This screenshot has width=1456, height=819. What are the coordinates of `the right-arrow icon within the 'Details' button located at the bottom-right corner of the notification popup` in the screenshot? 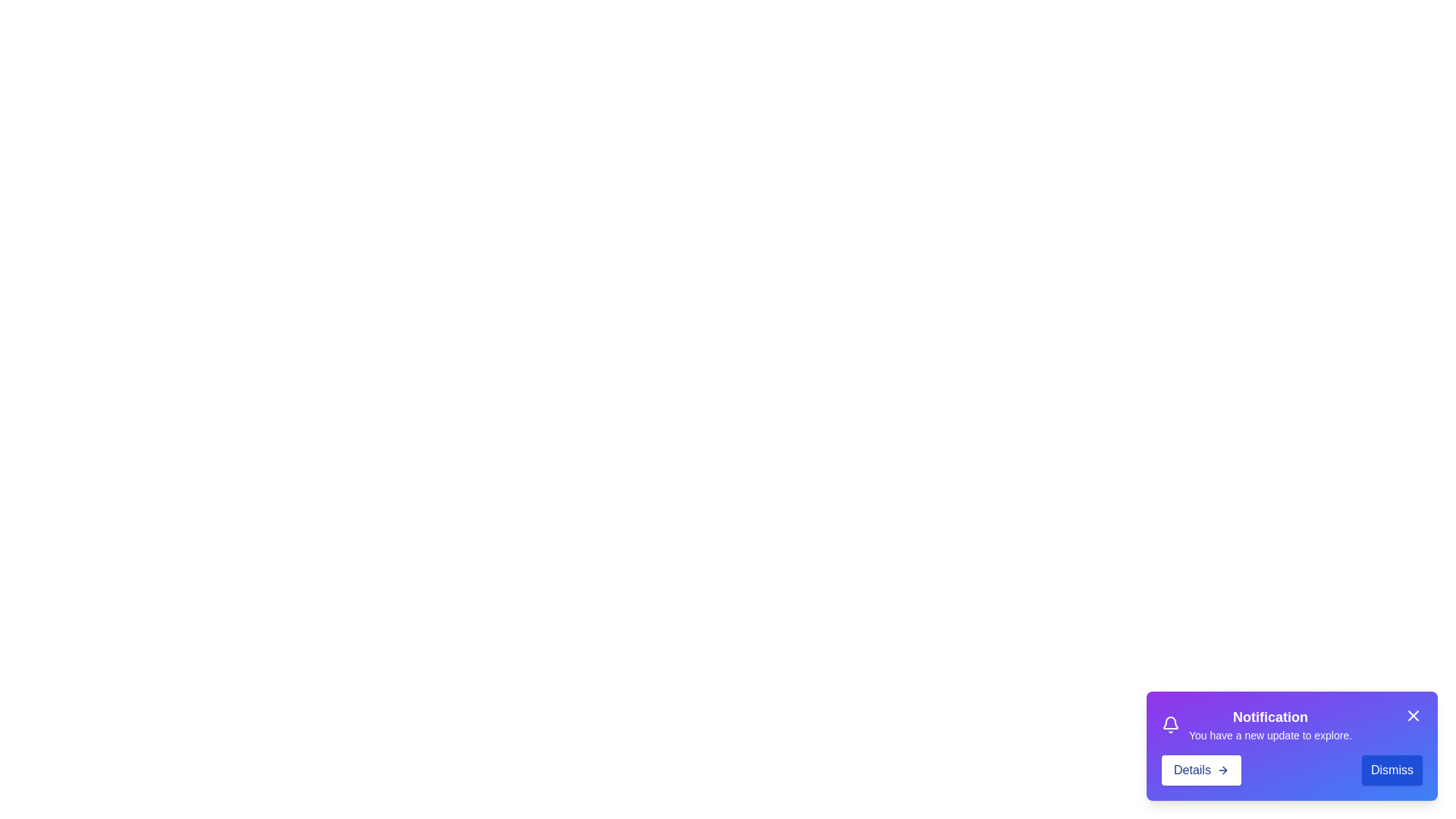 It's located at (1225, 770).